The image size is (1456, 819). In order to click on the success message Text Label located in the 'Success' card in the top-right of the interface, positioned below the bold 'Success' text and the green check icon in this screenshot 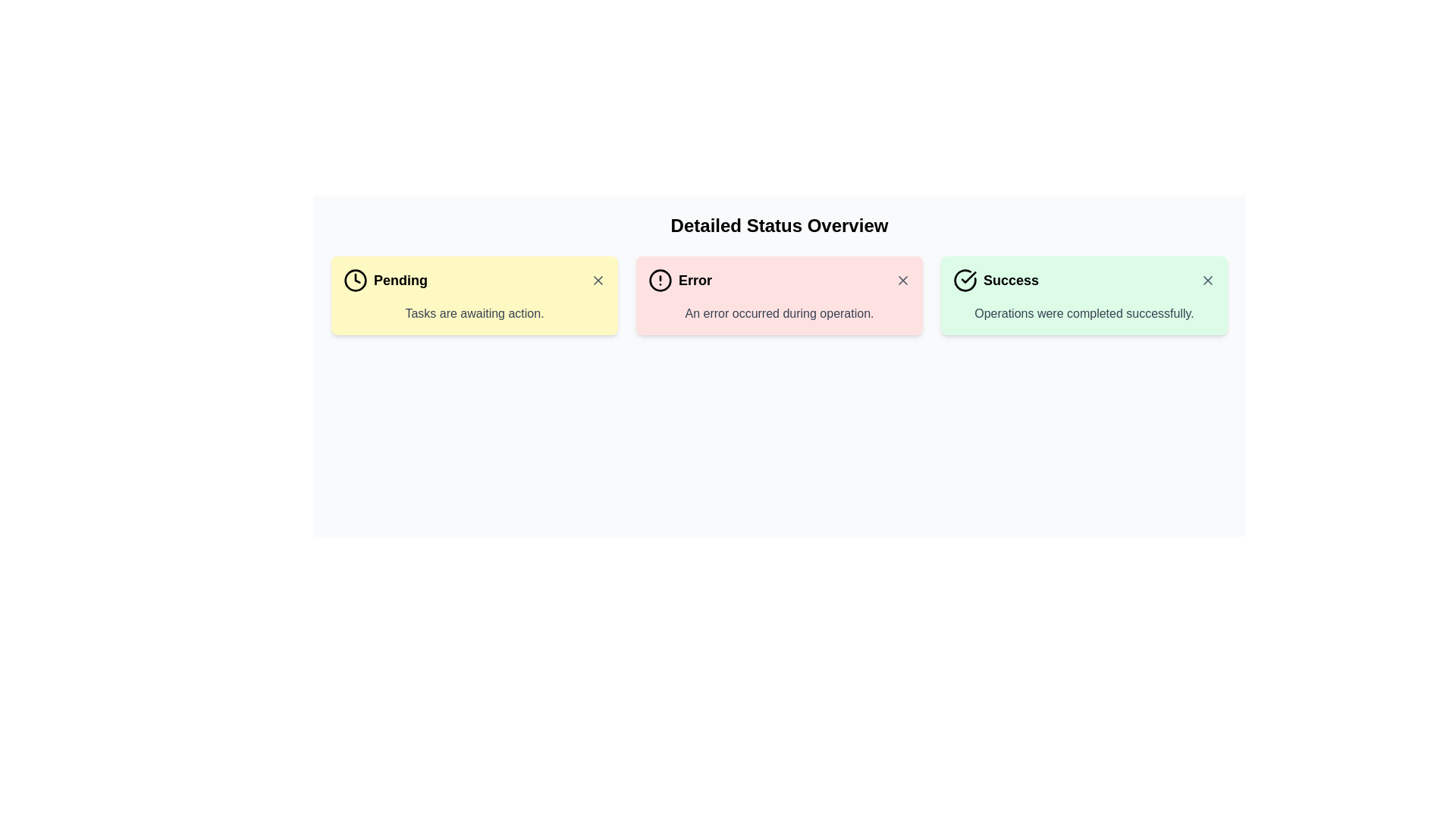, I will do `click(1084, 312)`.